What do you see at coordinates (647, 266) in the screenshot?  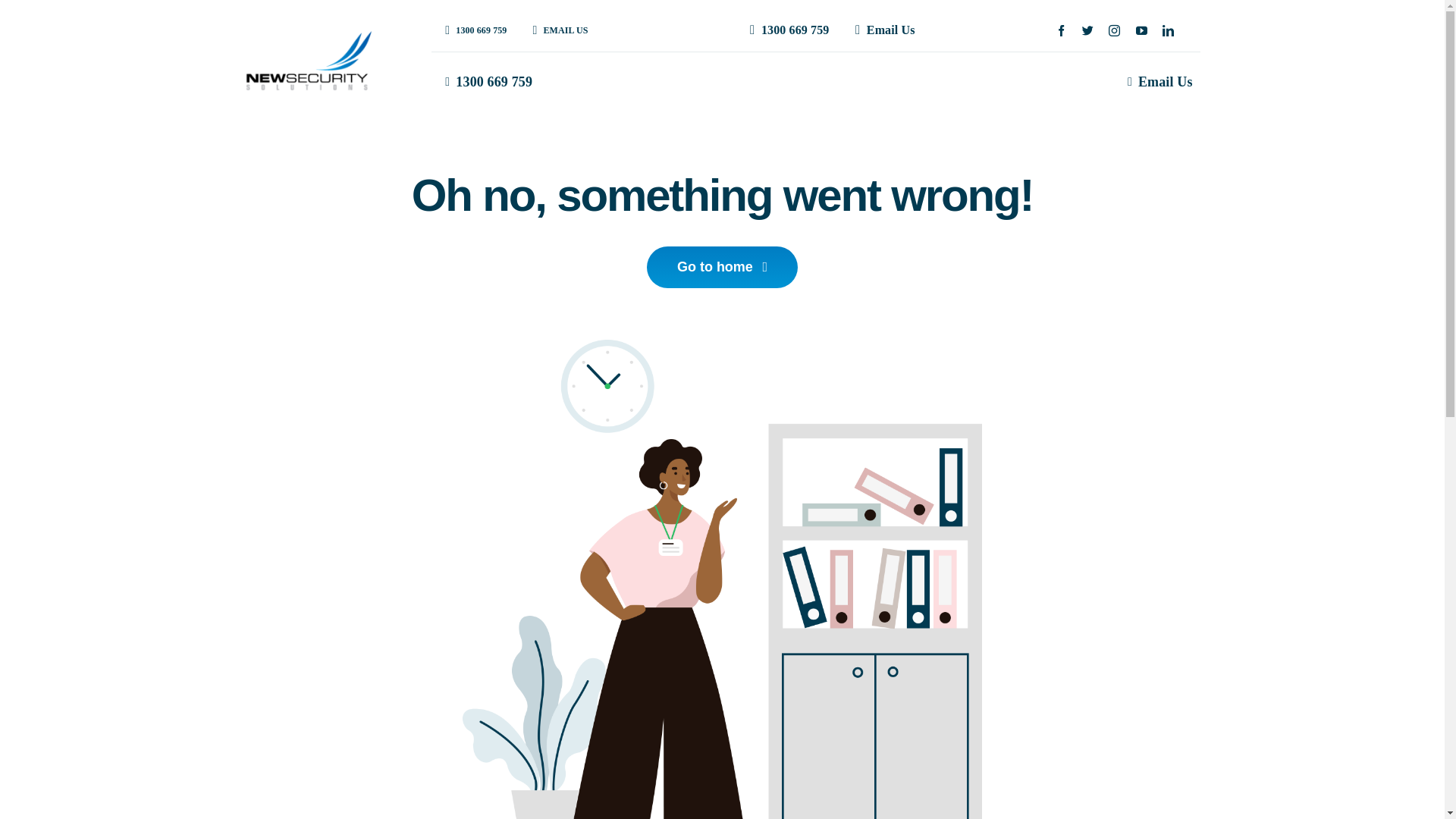 I see `'Go to home'` at bounding box center [647, 266].